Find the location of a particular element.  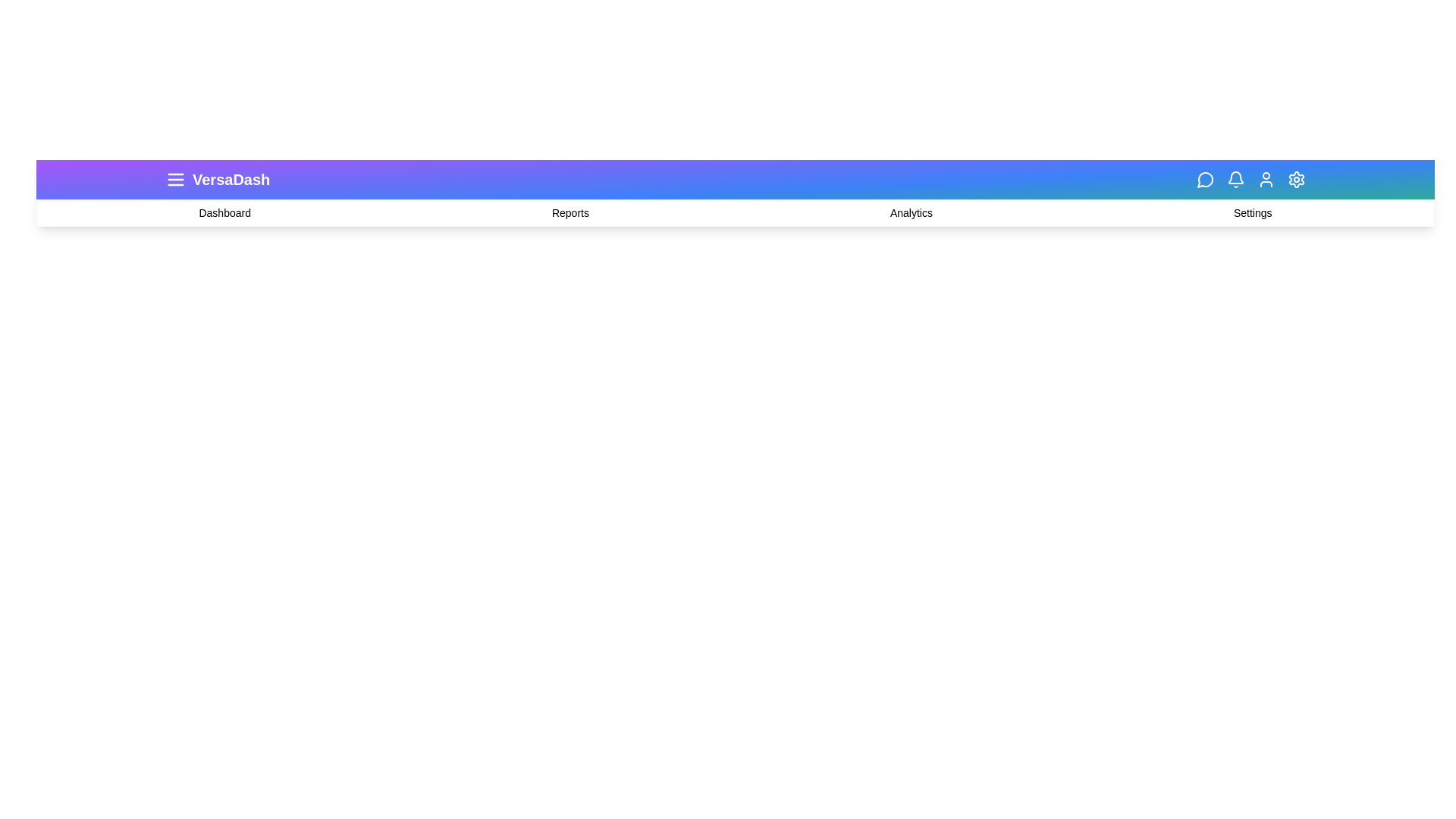

the 'Dashboard' label in the navigation bar is located at coordinates (224, 213).